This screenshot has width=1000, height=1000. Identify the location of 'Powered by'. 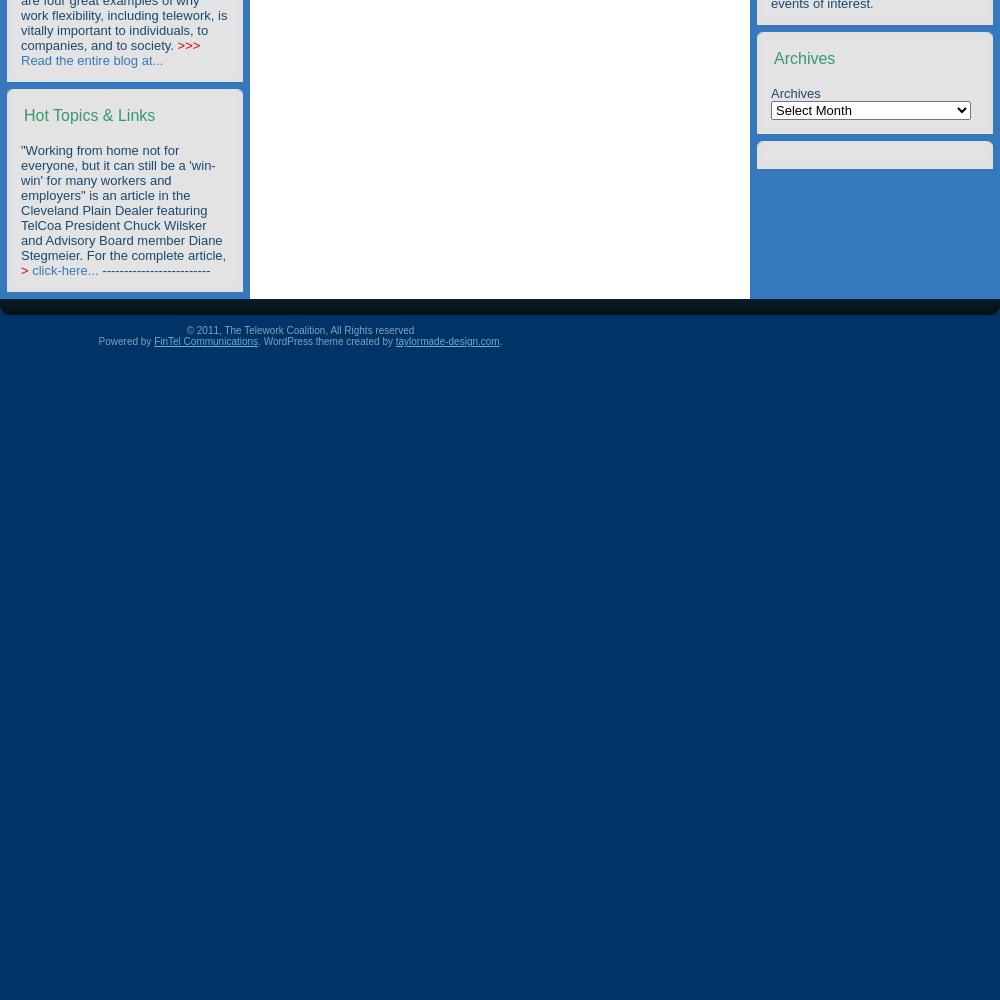
(97, 340).